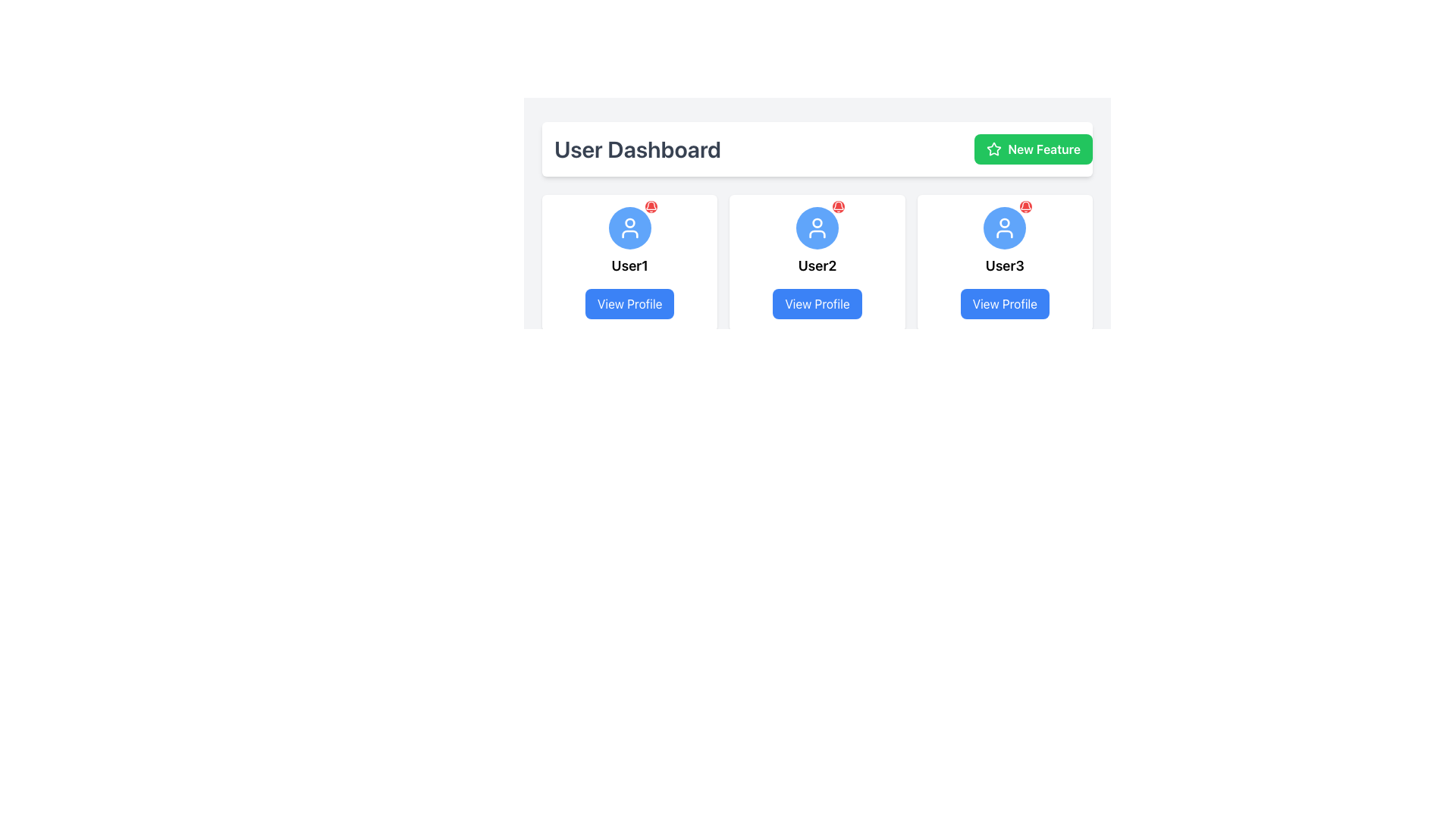 Image resolution: width=1456 pixels, height=819 pixels. What do you see at coordinates (817, 265) in the screenshot?
I see `text of the bold 'User2' label located beneath the avatar icon in the middle card of the three horizontally arranged cards` at bounding box center [817, 265].